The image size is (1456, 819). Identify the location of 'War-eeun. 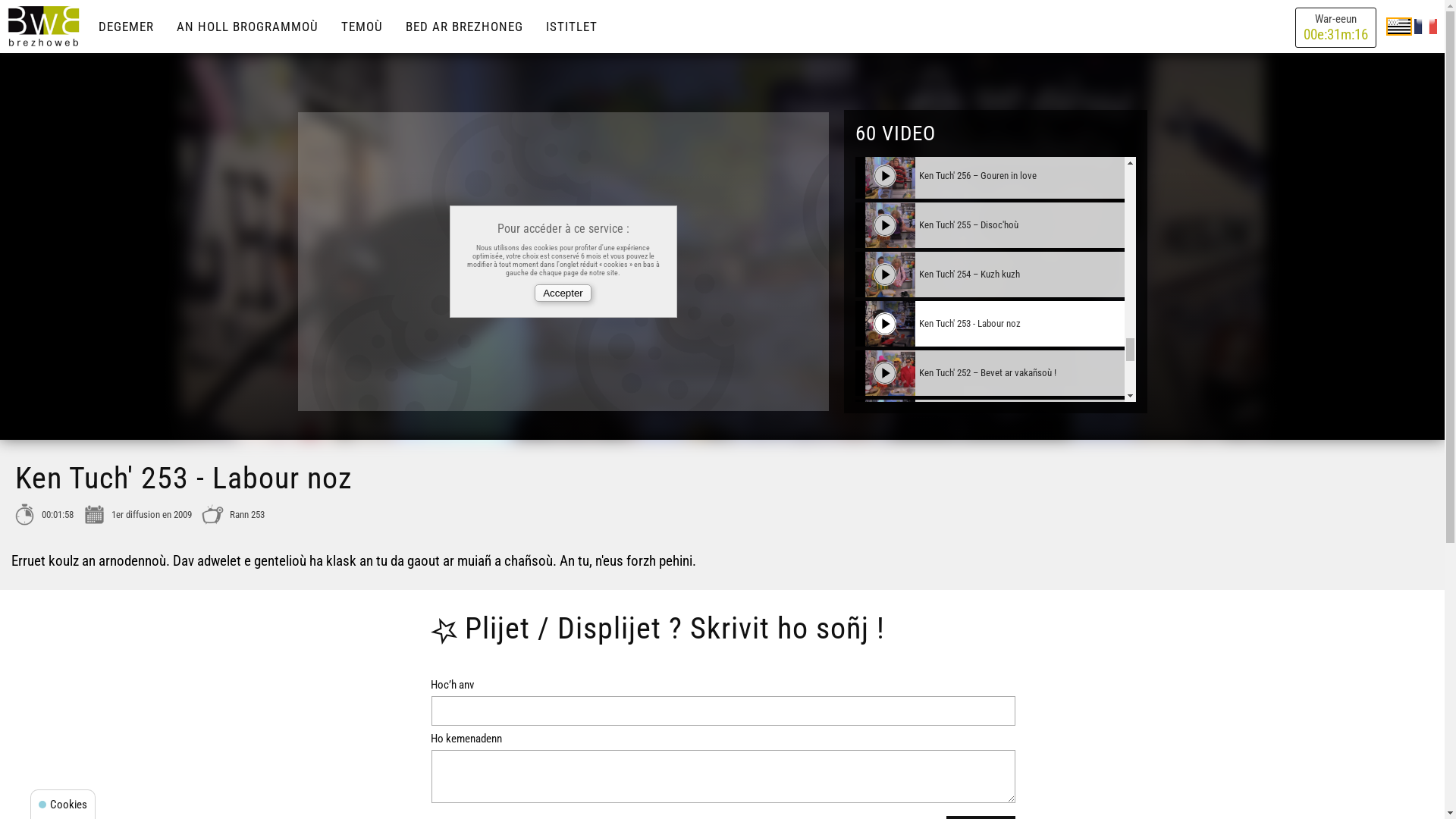
(1335, 27).